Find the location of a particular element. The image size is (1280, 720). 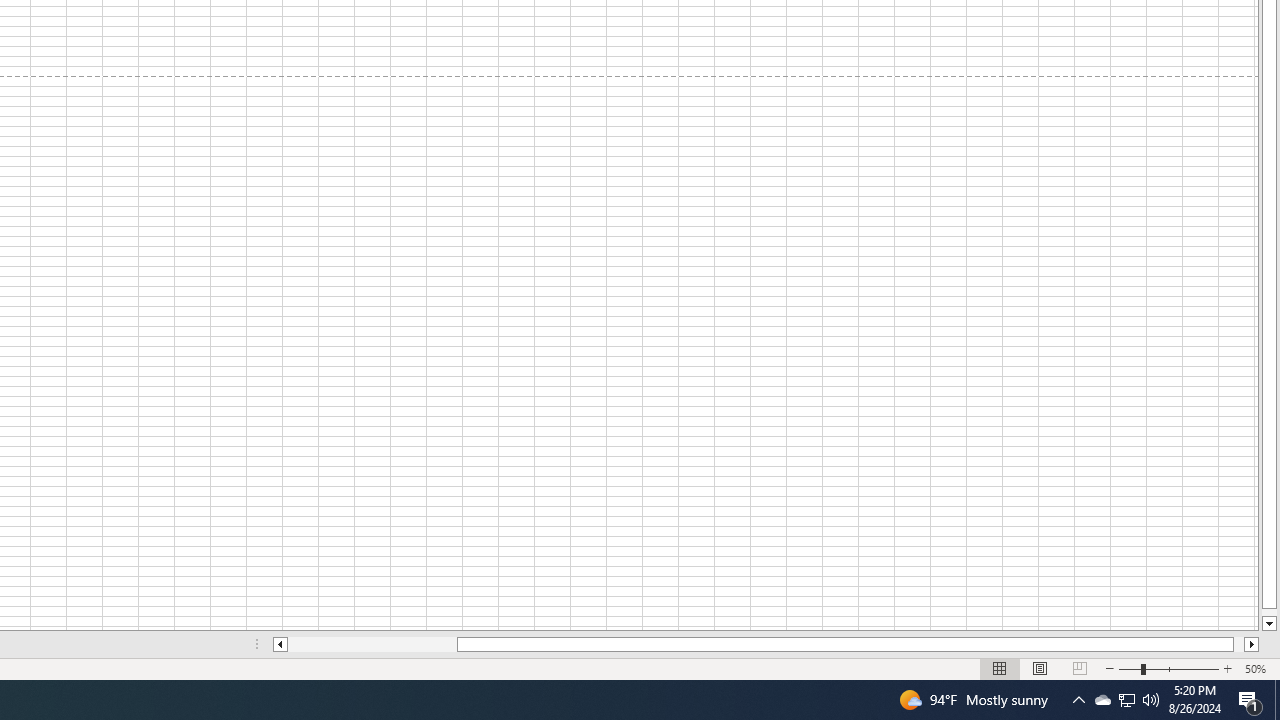

'Zoom In' is located at coordinates (1226, 669).